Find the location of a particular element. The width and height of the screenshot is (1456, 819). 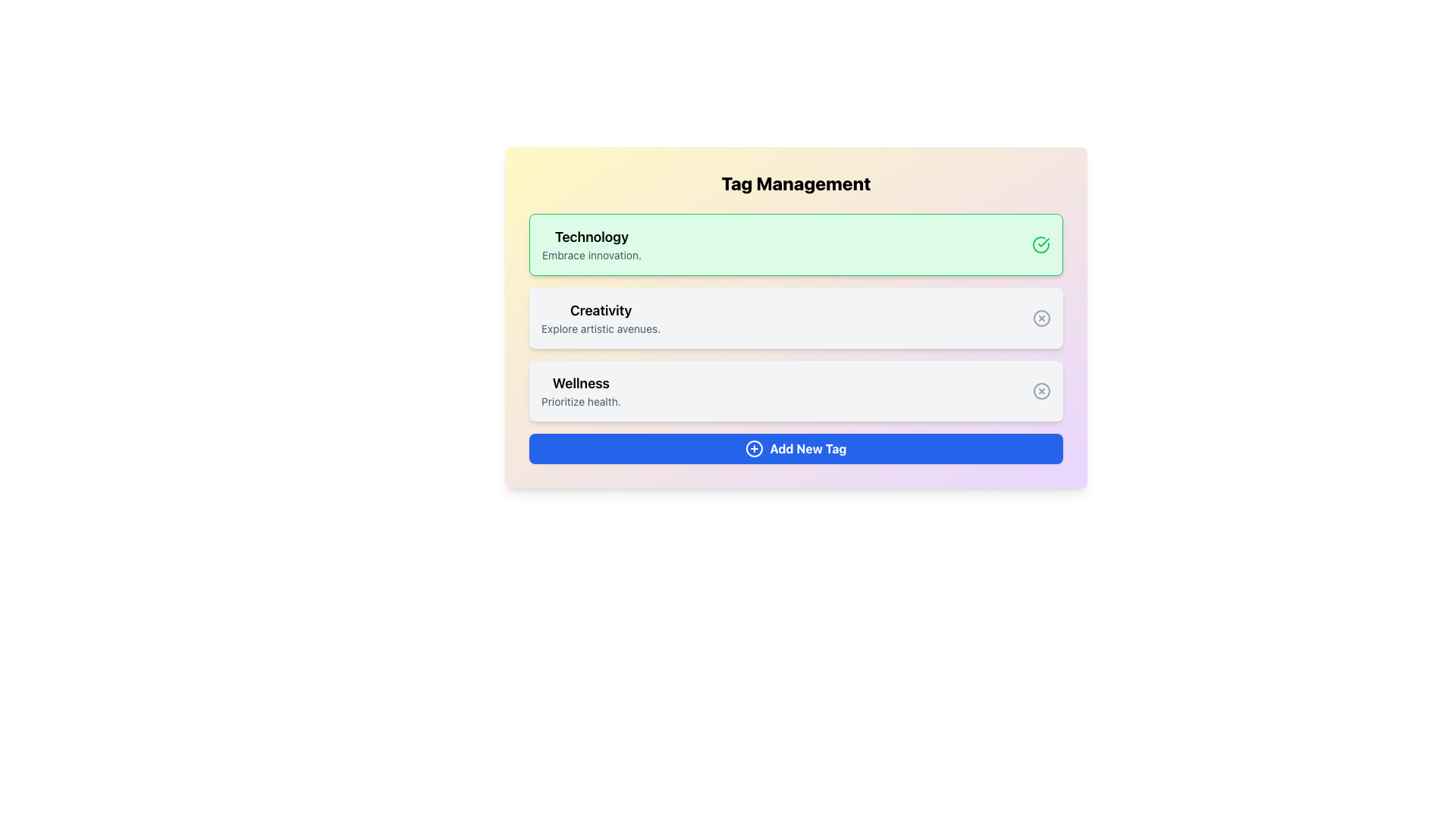

the static text label titled 'Wellness' located in the third card of a vertical list, positioned between the 'Creativity' card and the 'Add New Tag' button is located at coordinates (580, 391).